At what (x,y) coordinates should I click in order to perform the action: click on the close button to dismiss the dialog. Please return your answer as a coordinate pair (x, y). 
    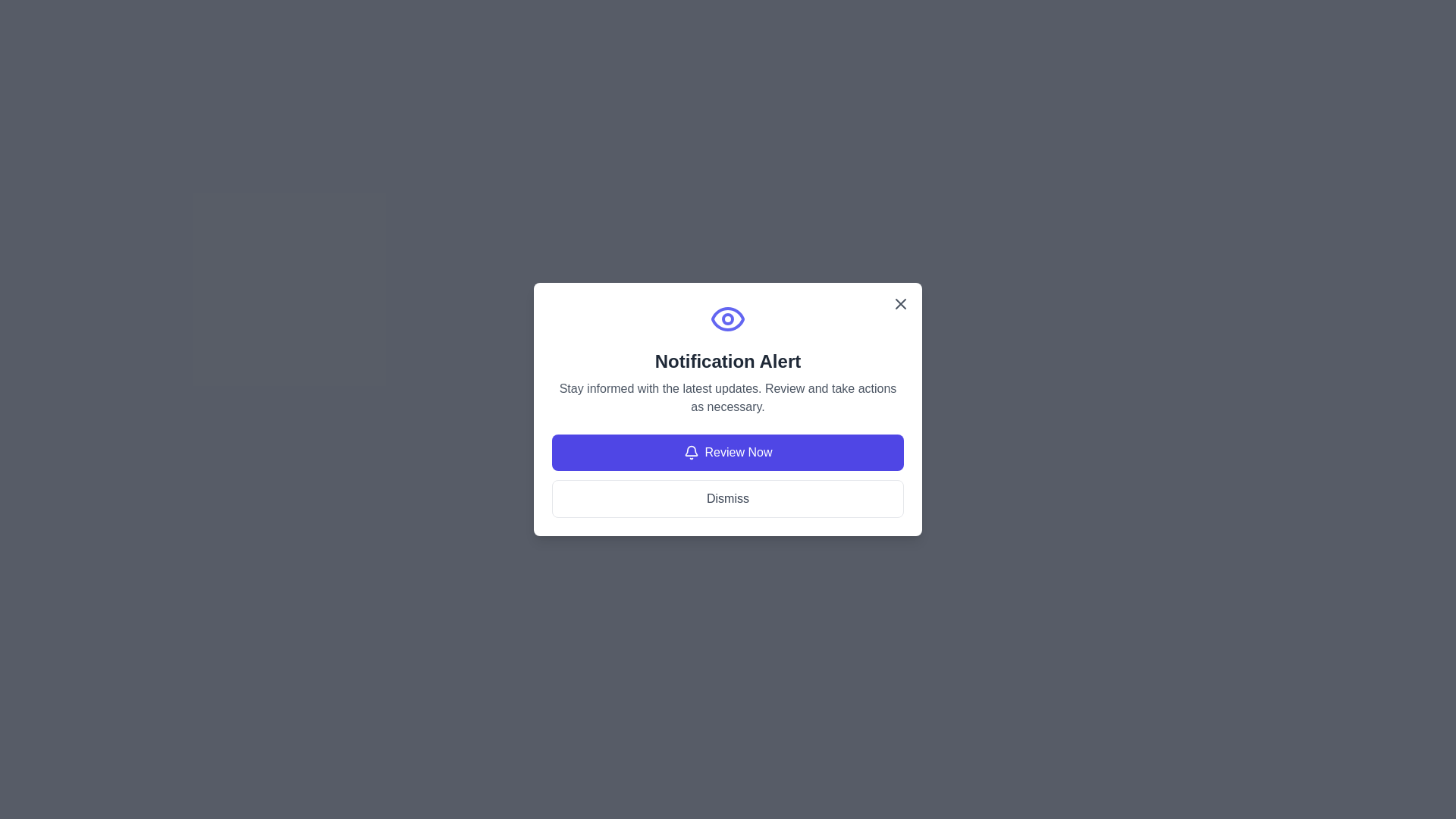
    Looking at the image, I should click on (901, 304).